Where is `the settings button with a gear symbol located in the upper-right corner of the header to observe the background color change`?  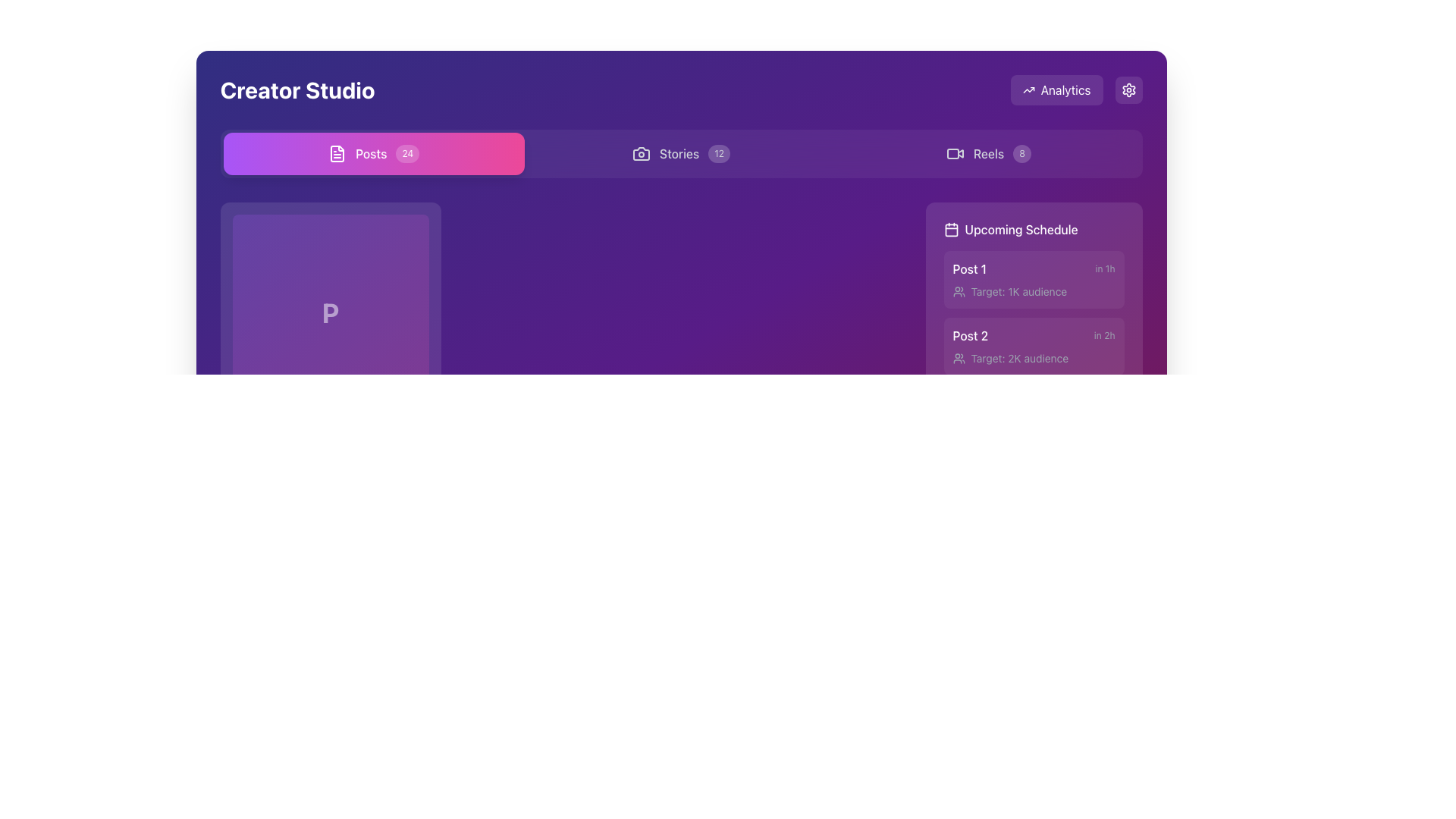 the settings button with a gear symbol located in the upper-right corner of the header to observe the background color change is located at coordinates (1128, 90).